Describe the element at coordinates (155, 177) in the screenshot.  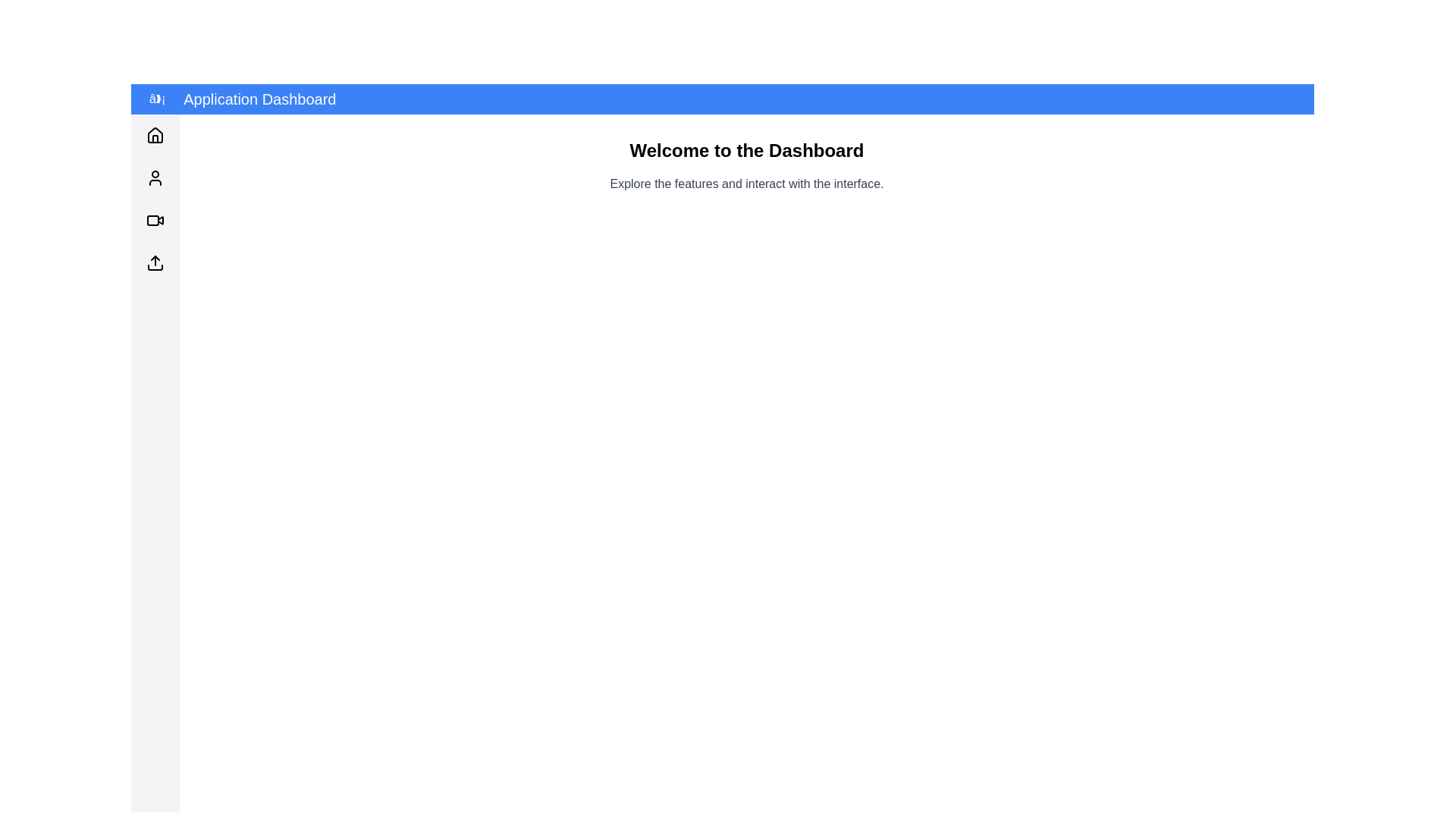
I see `the user profile SVG icon located in the second position from the top of the sidebar` at that location.